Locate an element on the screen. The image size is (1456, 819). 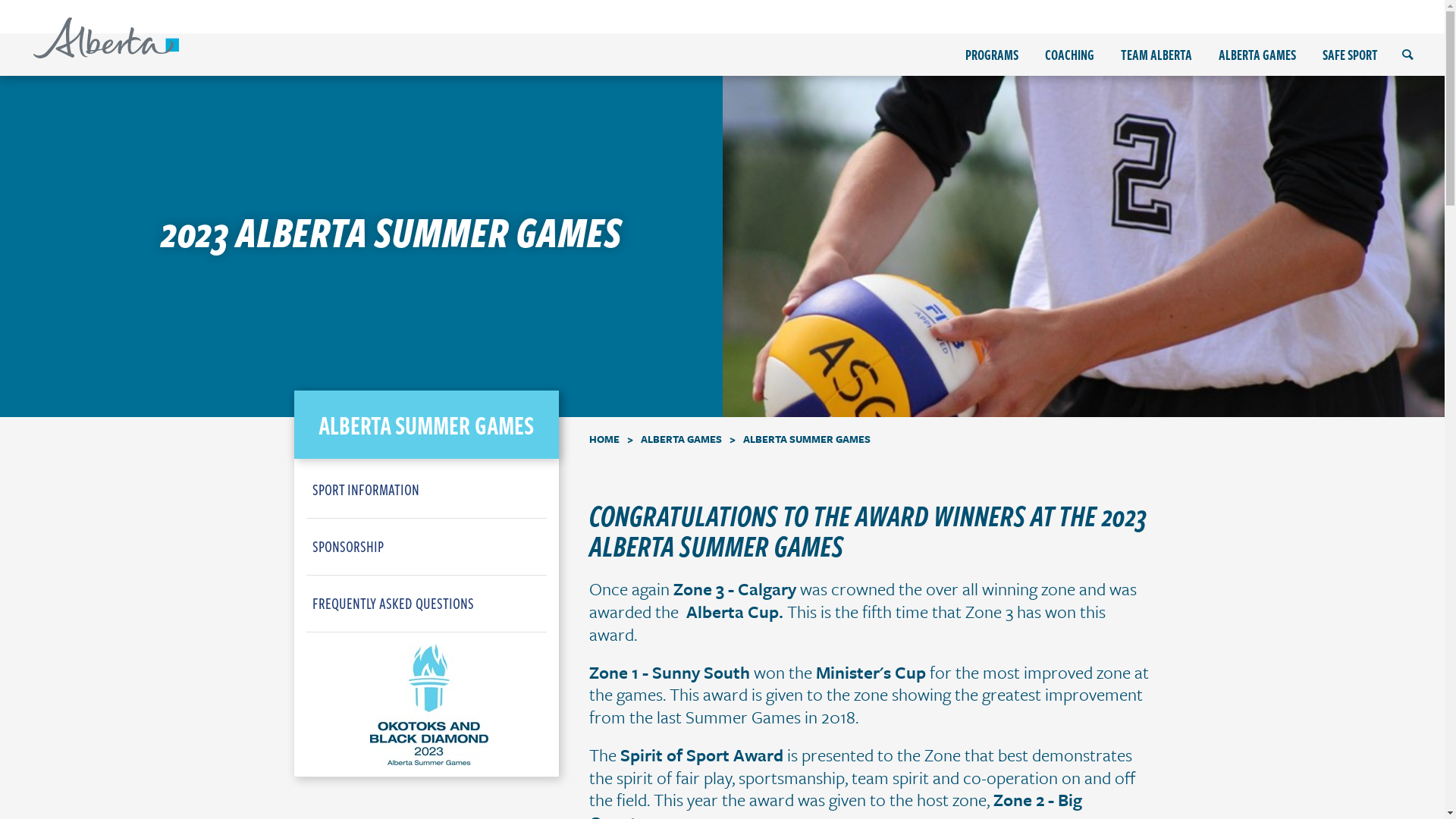
'ALBERTA GAMES' is located at coordinates (680, 438).